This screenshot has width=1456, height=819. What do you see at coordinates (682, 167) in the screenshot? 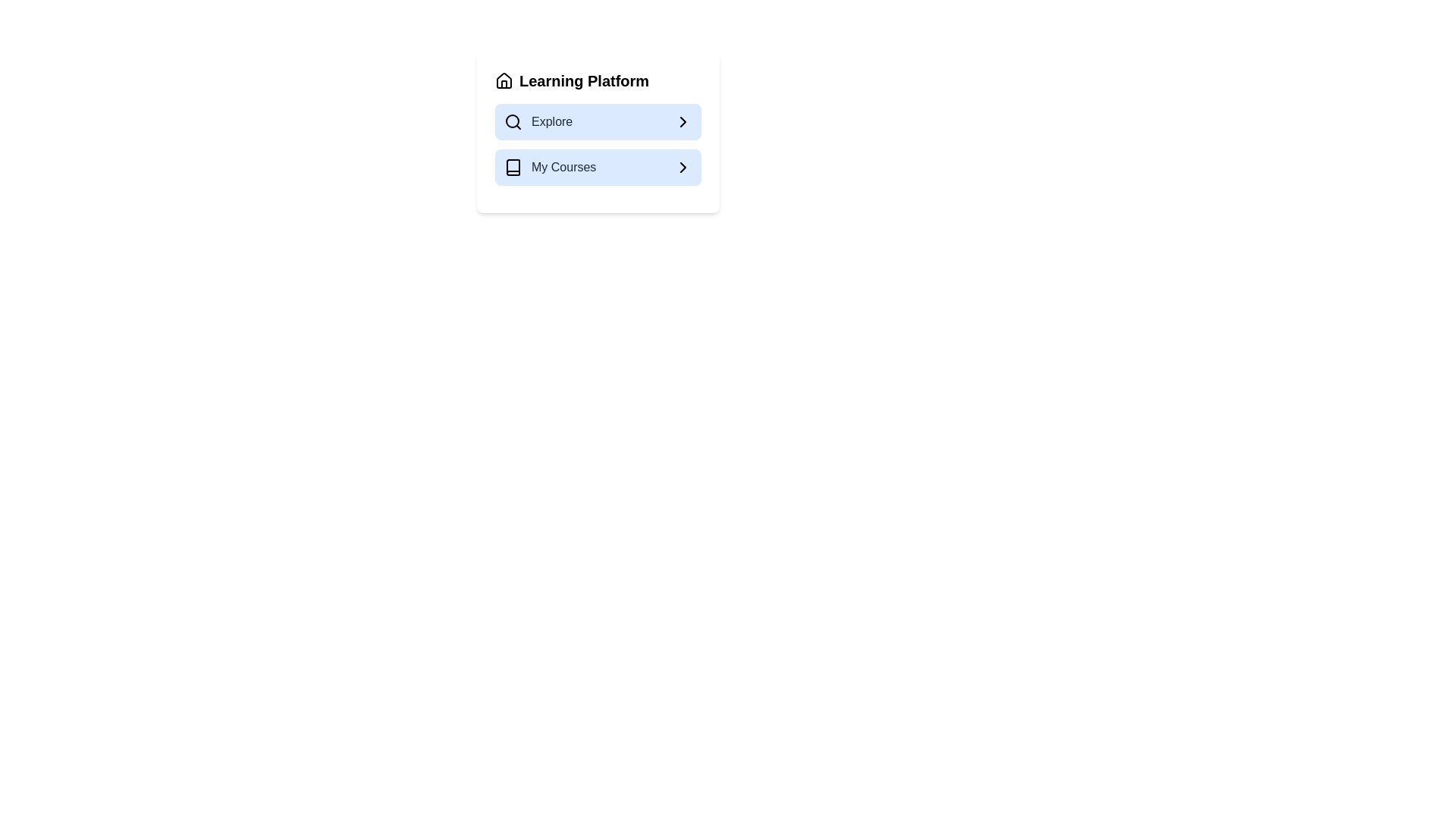
I see `the chevron pointer icon located at the far right of the 'My Courses' bar` at bounding box center [682, 167].